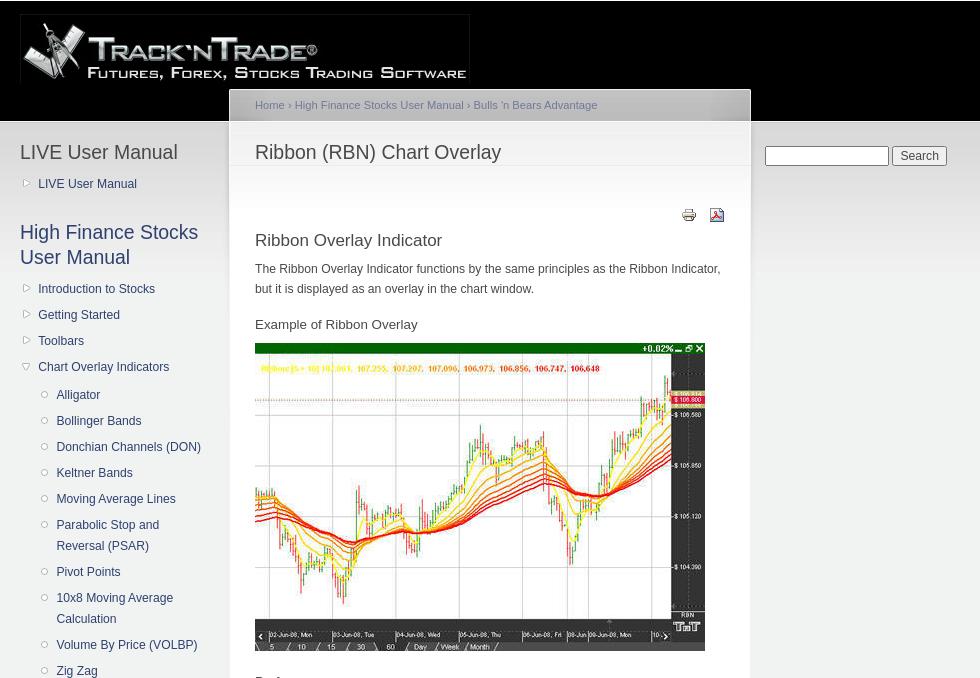  I want to click on 'Moving Average Lines', so click(115, 498).